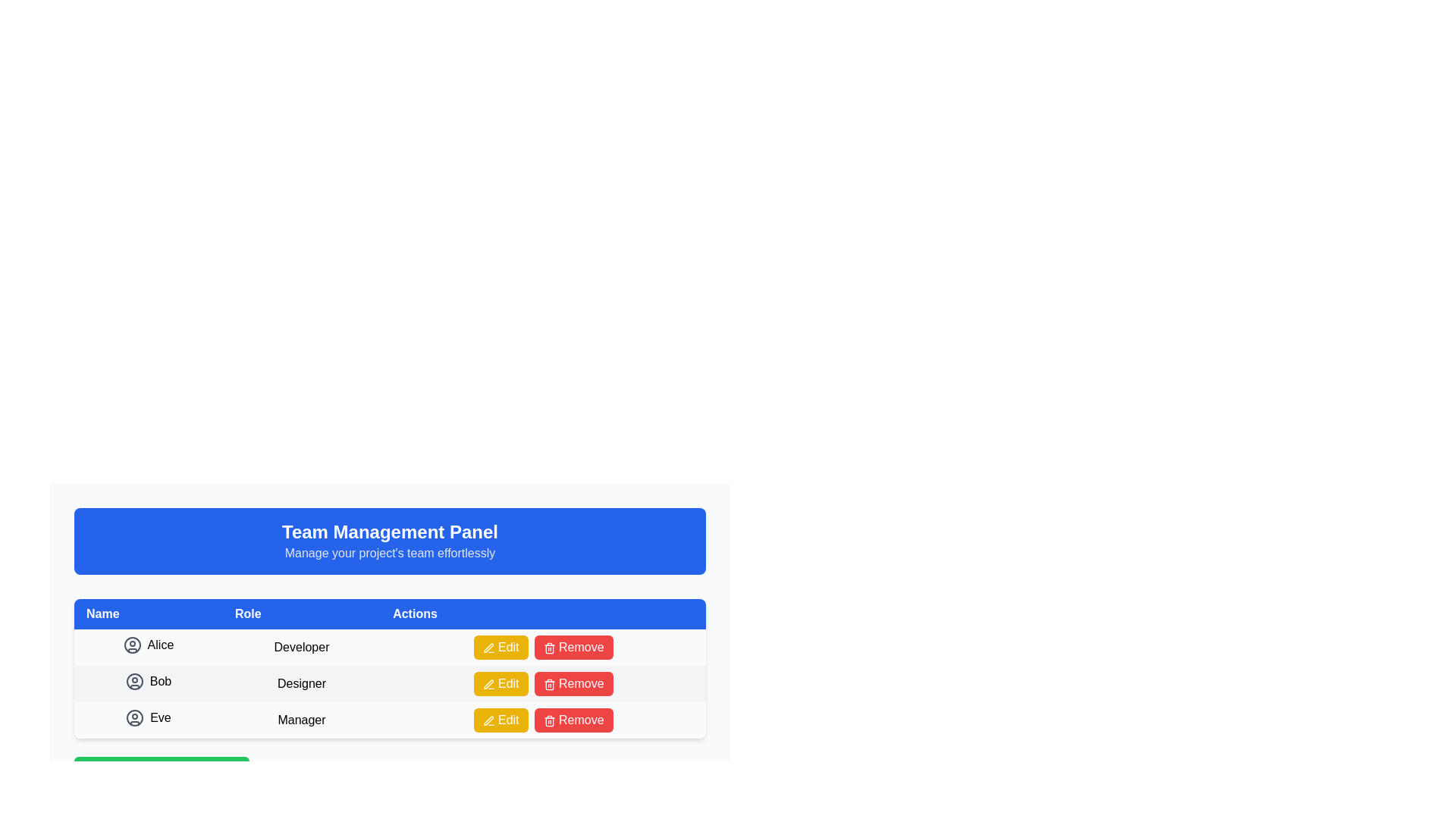 This screenshot has width=1456, height=819. I want to click on the 'Remove' icon, which is an SVG graphic embedded within the 'Remove' button located in the 'Actions' column of the user roles management table, so click(548, 648).